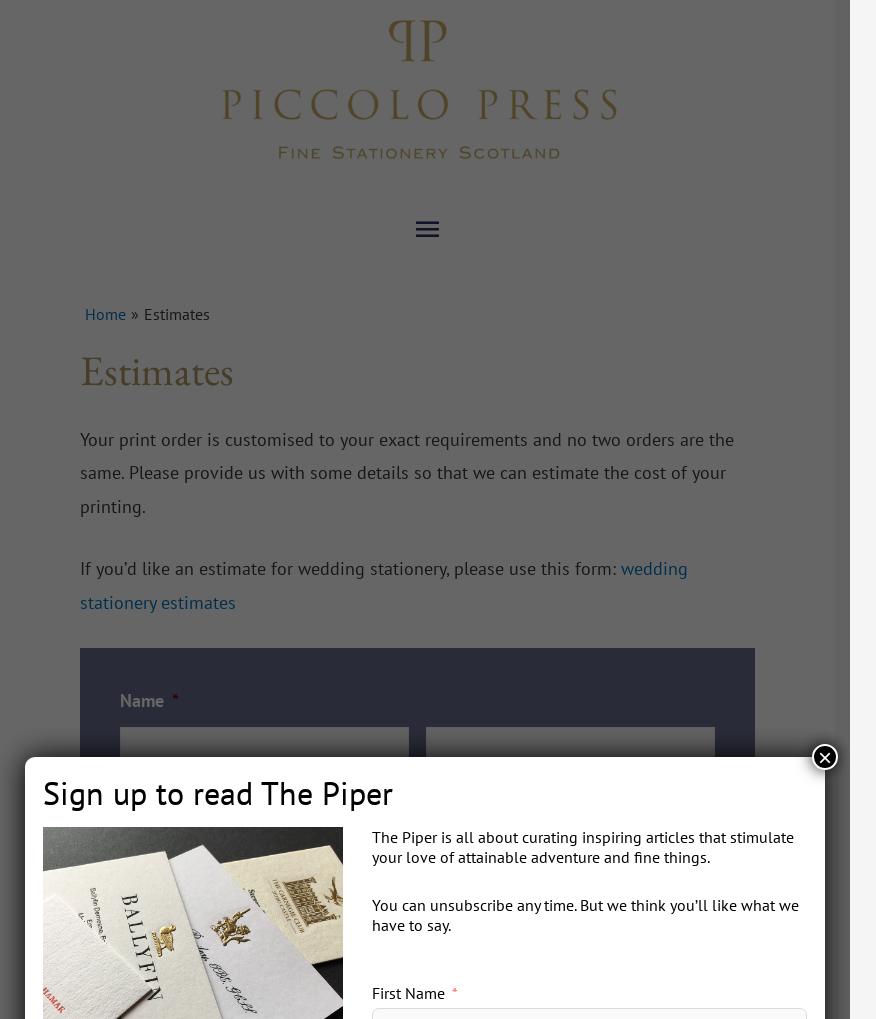  Describe the element at coordinates (481, 959) in the screenshot. I see `'Delivery timeline'` at that location.